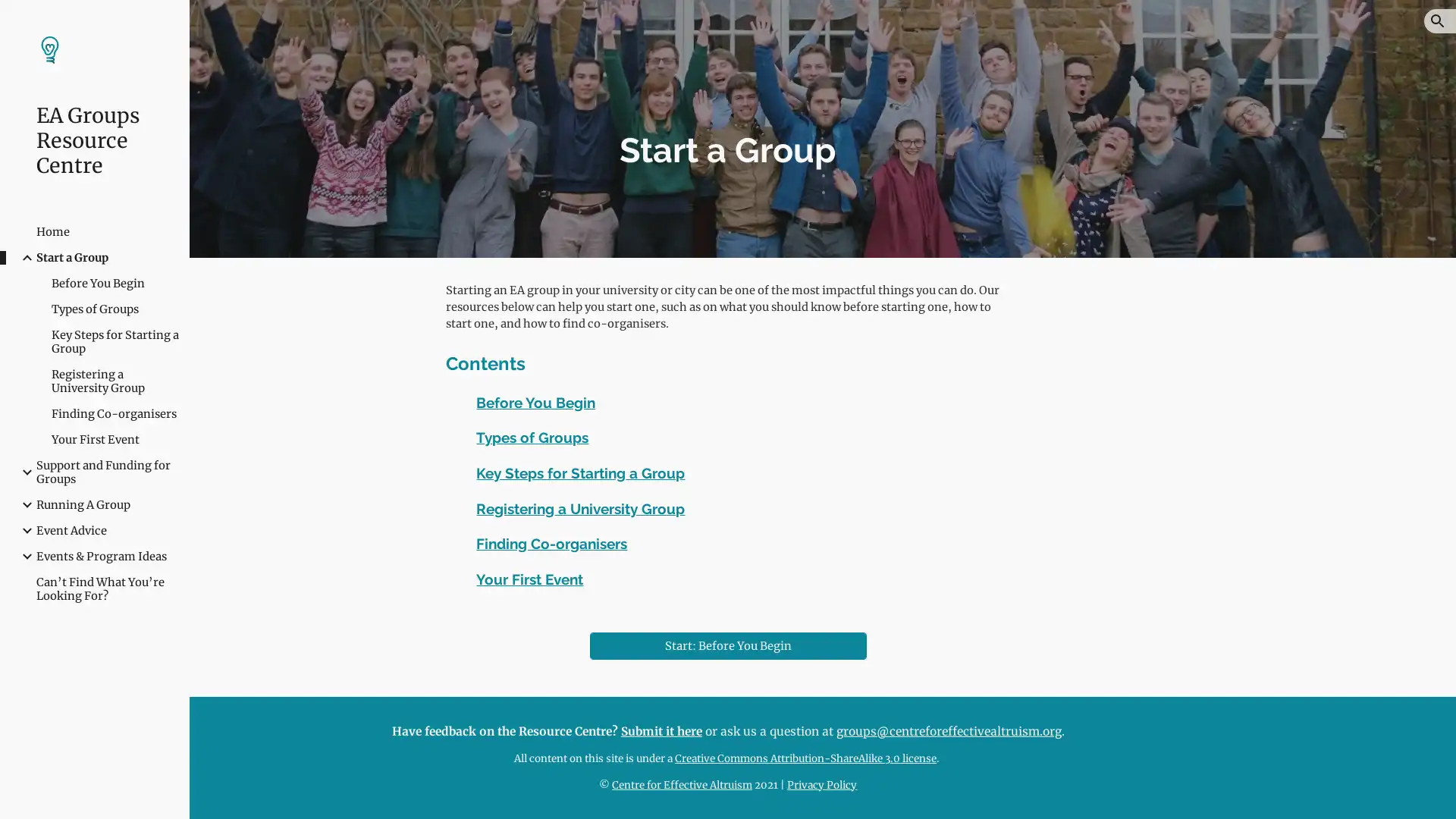  I want to click on Report abuse, so click(308, 792).